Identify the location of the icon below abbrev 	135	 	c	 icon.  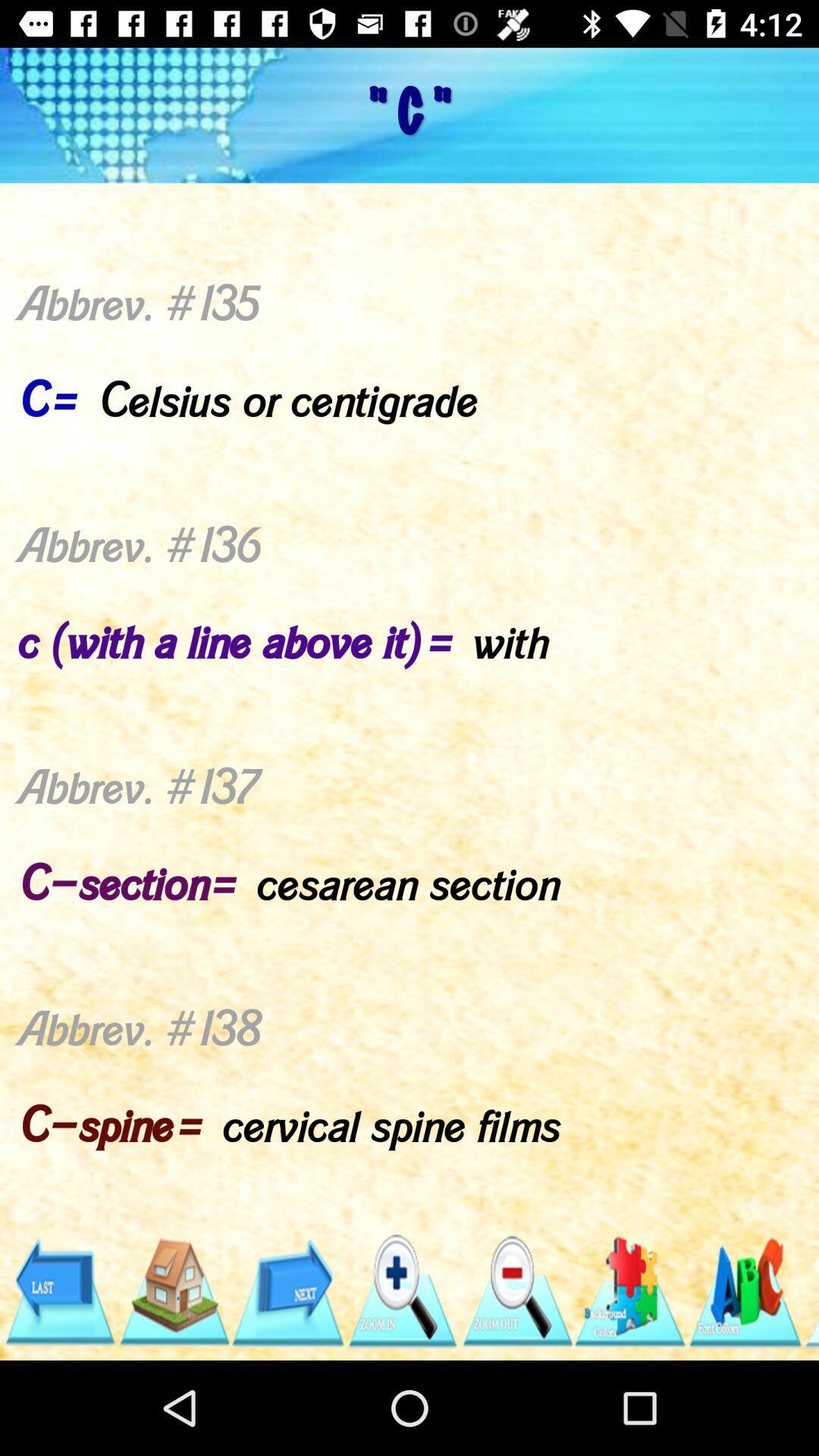
(287, 1291).